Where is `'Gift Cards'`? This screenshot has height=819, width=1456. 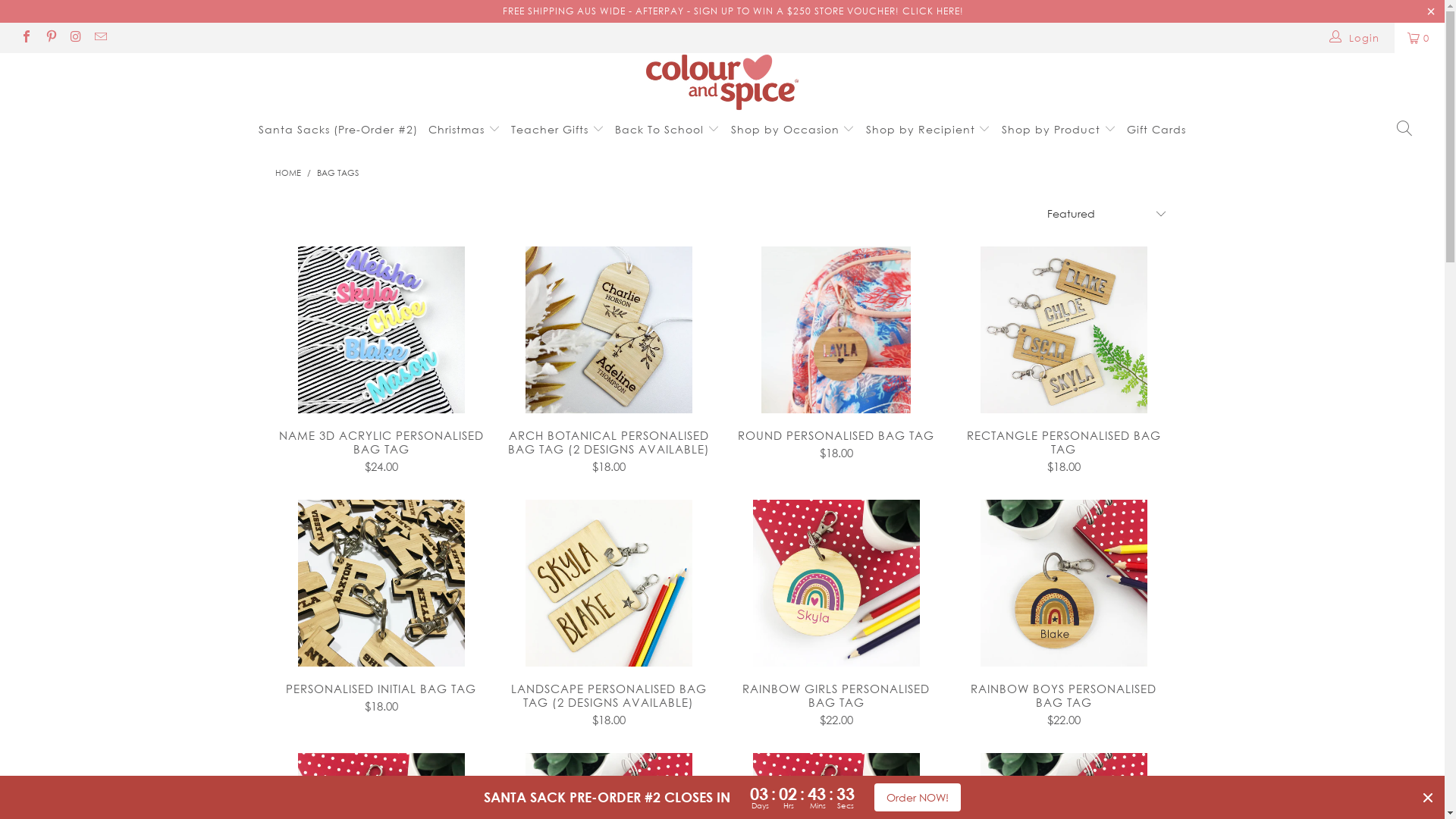 'Gift Cards' is located at coordinates (1156, 128).